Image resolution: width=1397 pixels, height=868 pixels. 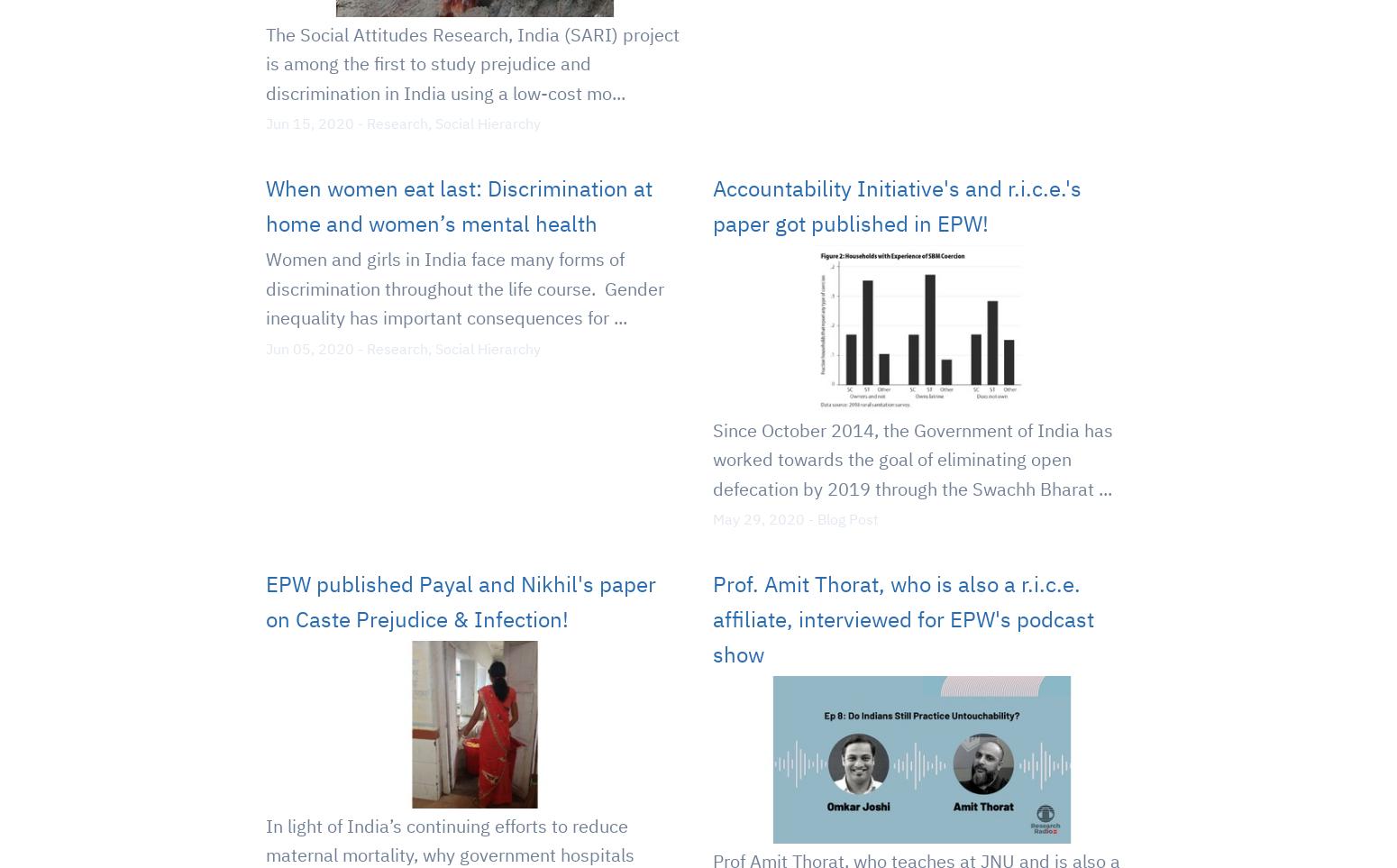 I want to click on 'Women and girls in India face many forms of discrimination throughout the life course.  Gender inequality has important consequences for ...', so click(x=463, y=288).